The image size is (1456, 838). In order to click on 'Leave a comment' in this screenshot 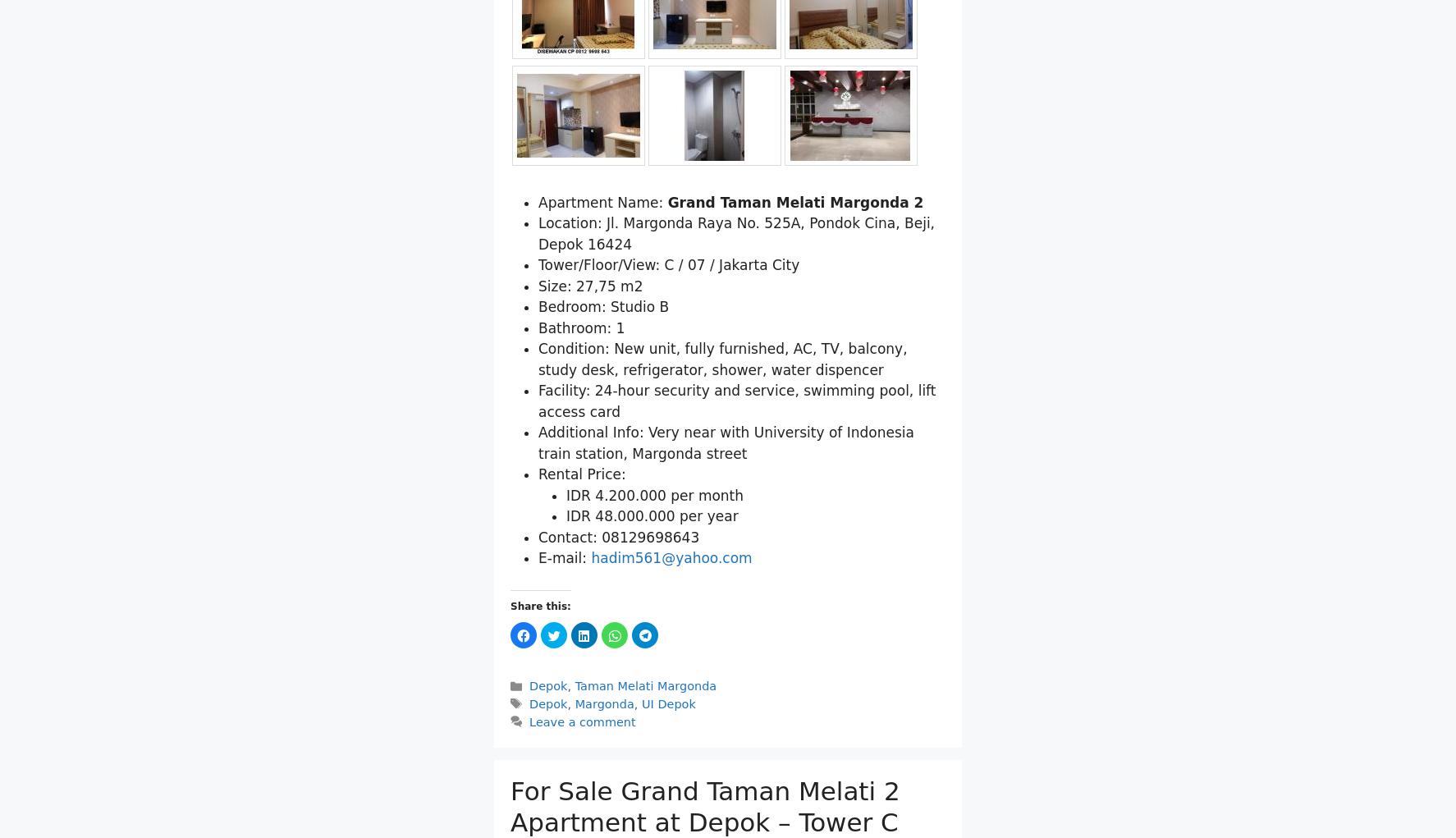, I will do `click(582, 720)`.